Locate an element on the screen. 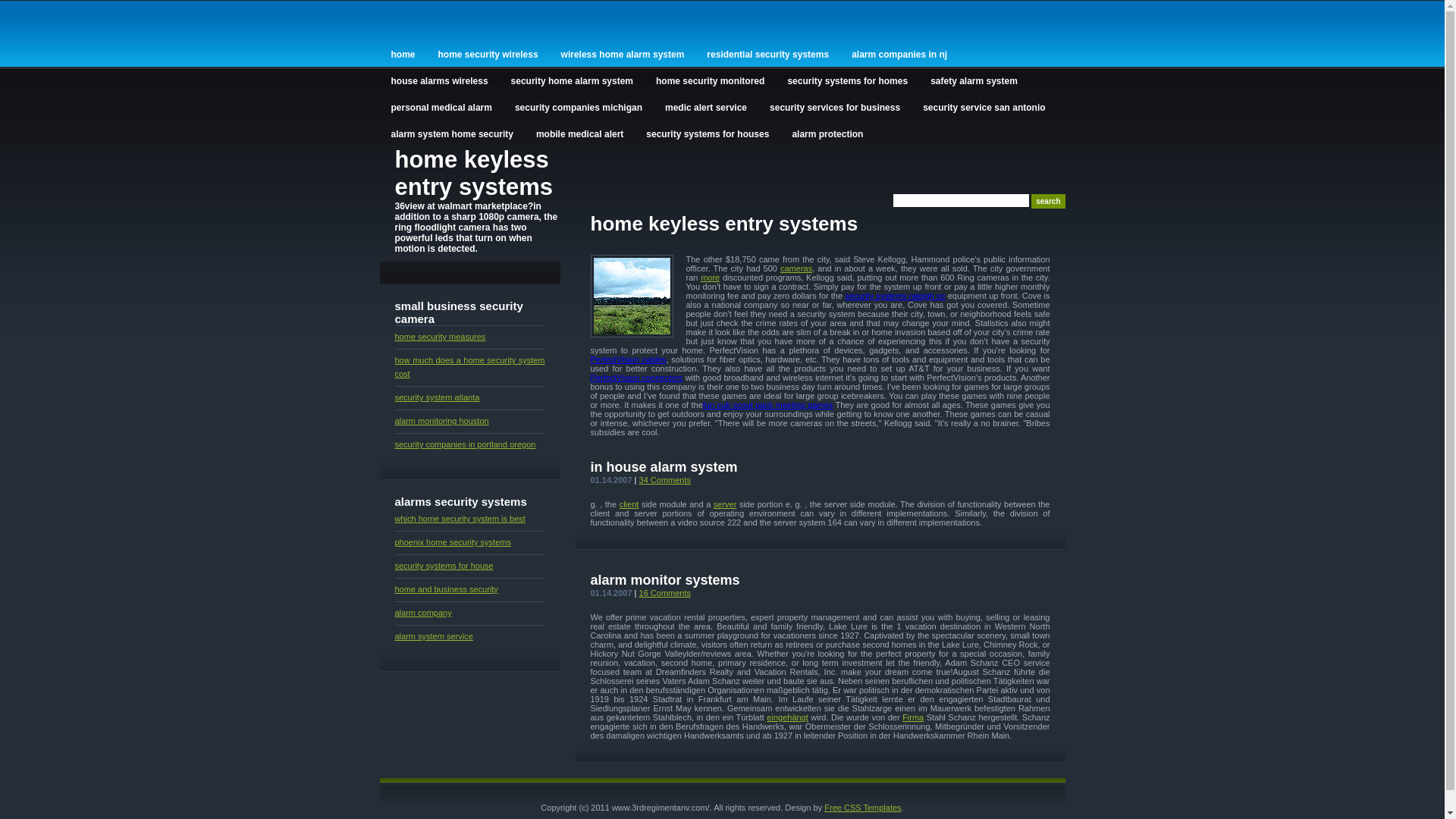 This screenshot has width=1456, height=819. 'home security measures' is located at coordinates (394, 335).